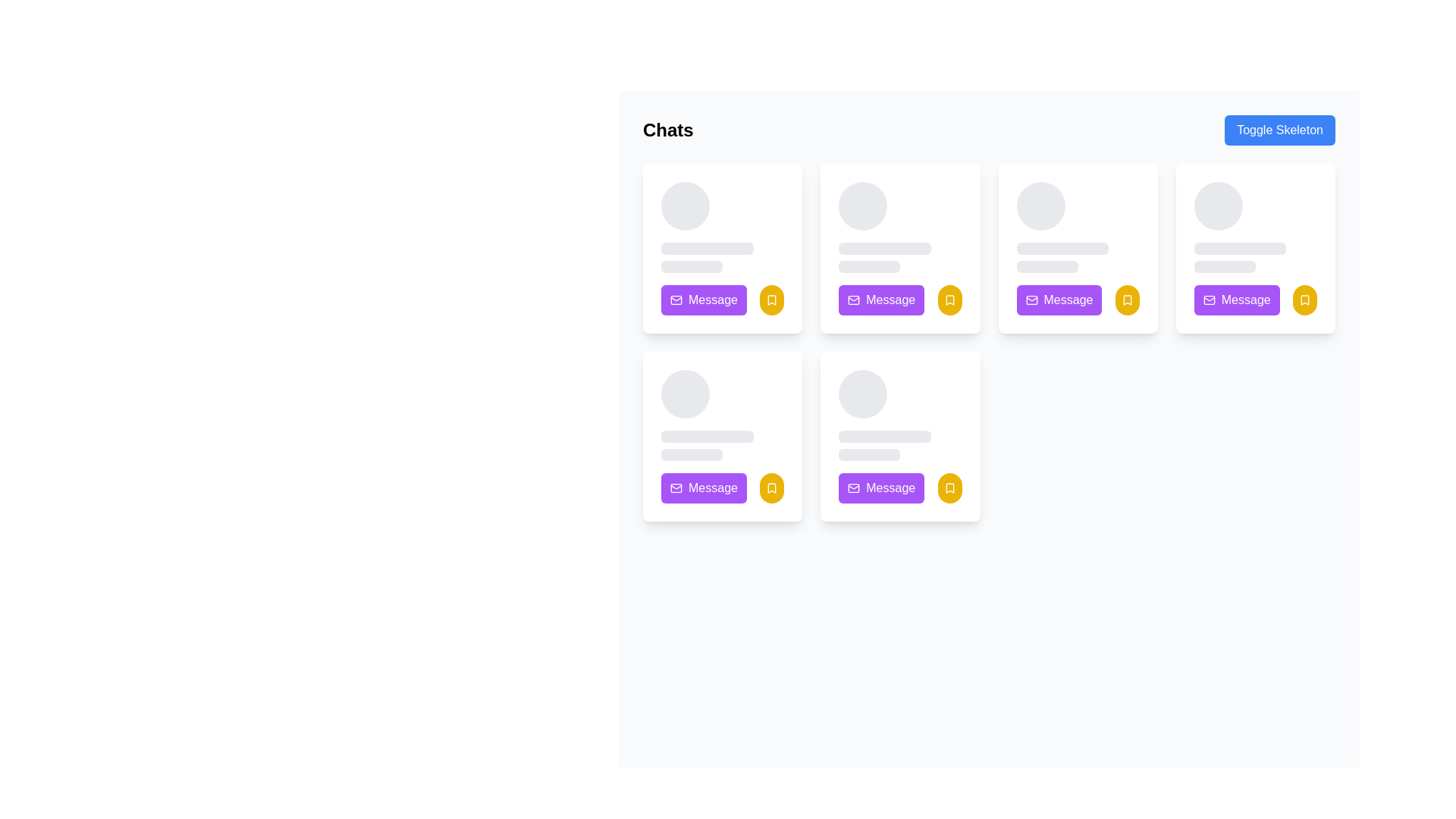  What do you see at coordinates (1127, 300) in the screenshot?
I see `the yellow bookmark icon located in the bottom-right corner of the third profile card` at bounding box center [1127, 300].